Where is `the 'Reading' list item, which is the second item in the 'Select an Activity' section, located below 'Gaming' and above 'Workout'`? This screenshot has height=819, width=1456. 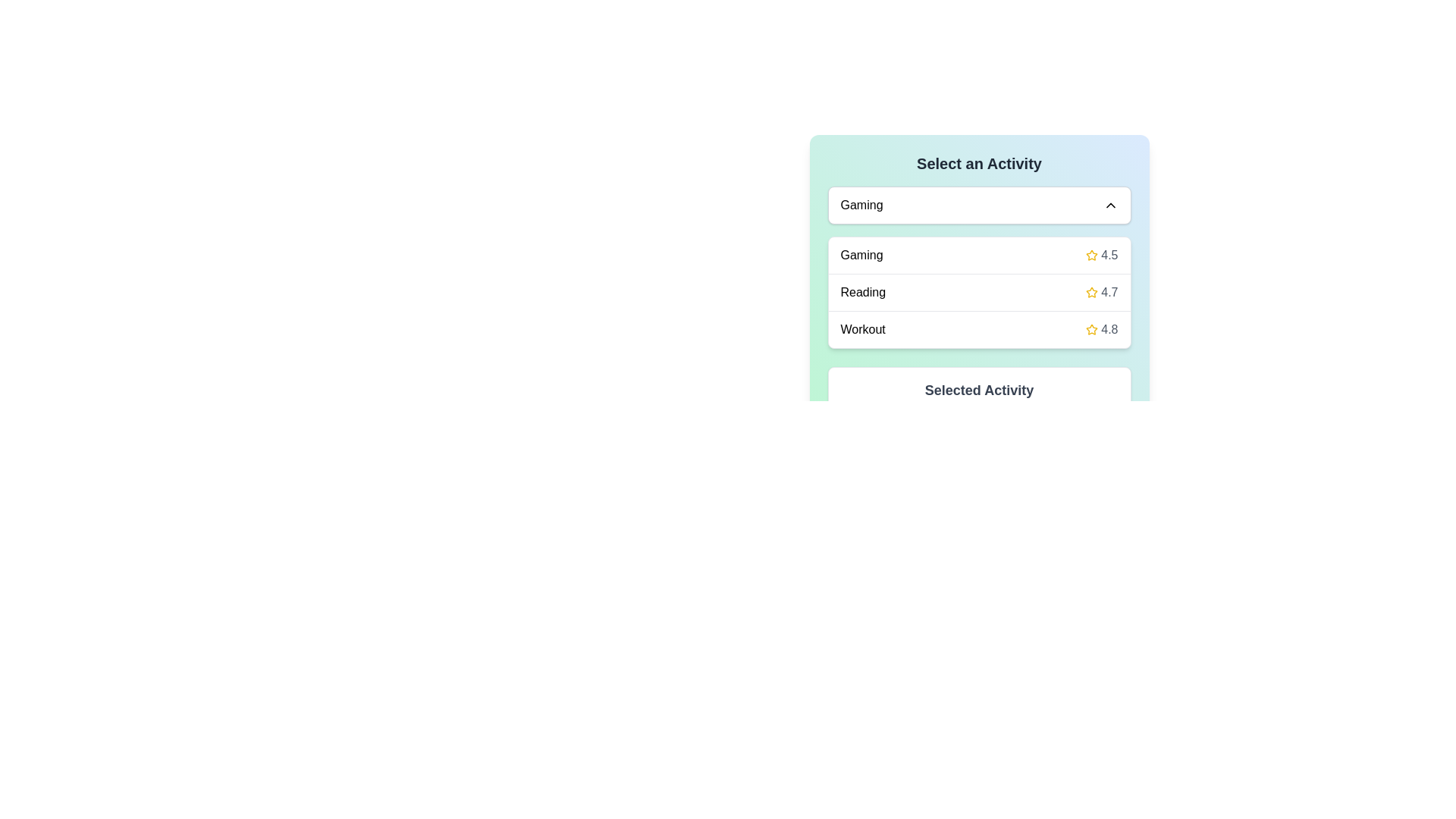 the 'Reading' list item, which is the second item in the 'Select an Activity' section, located below 'Gaming' and above 'Workout' is located at coordinates (979, 292).